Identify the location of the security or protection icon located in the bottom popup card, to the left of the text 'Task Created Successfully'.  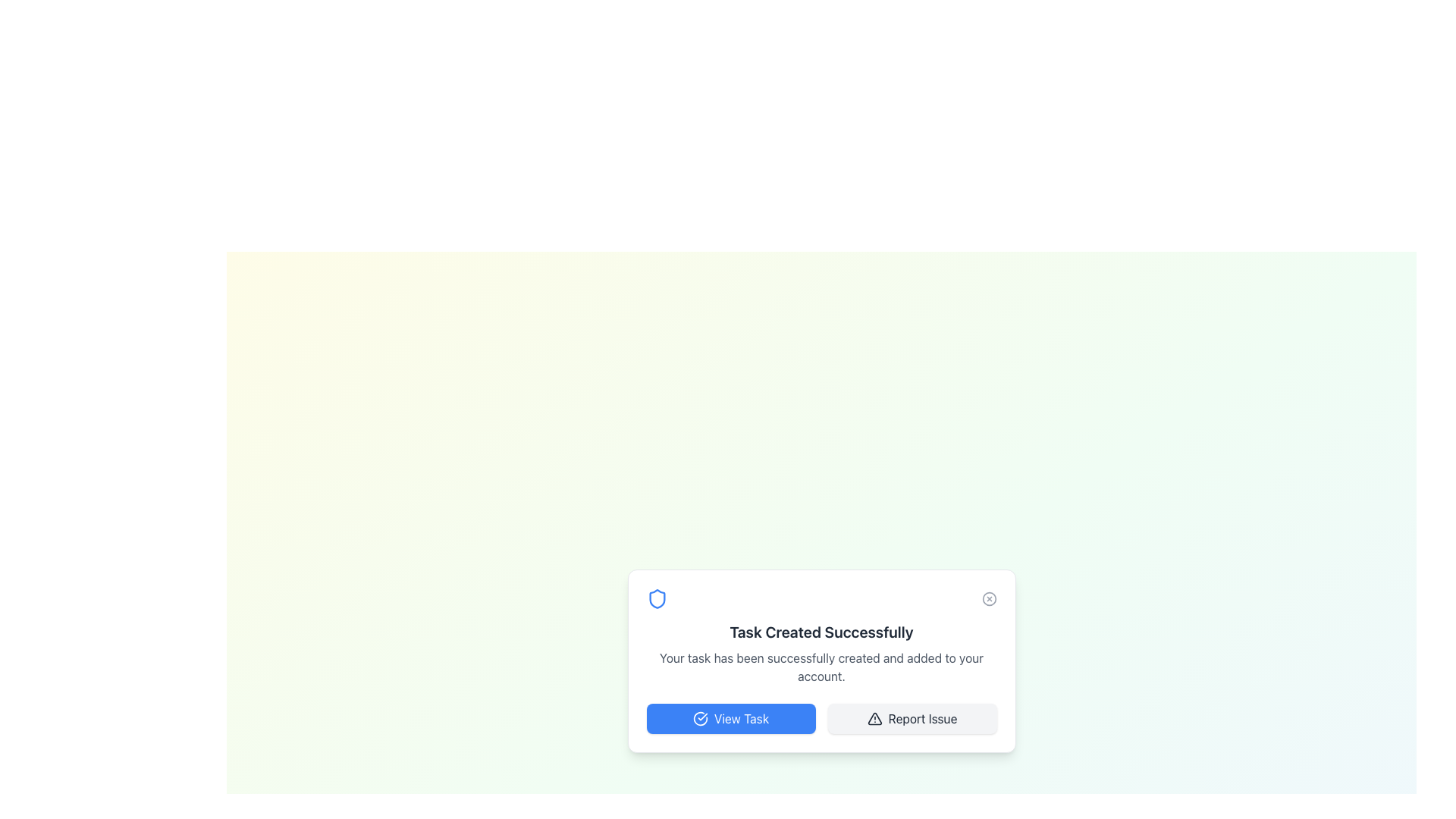
(657, 598).